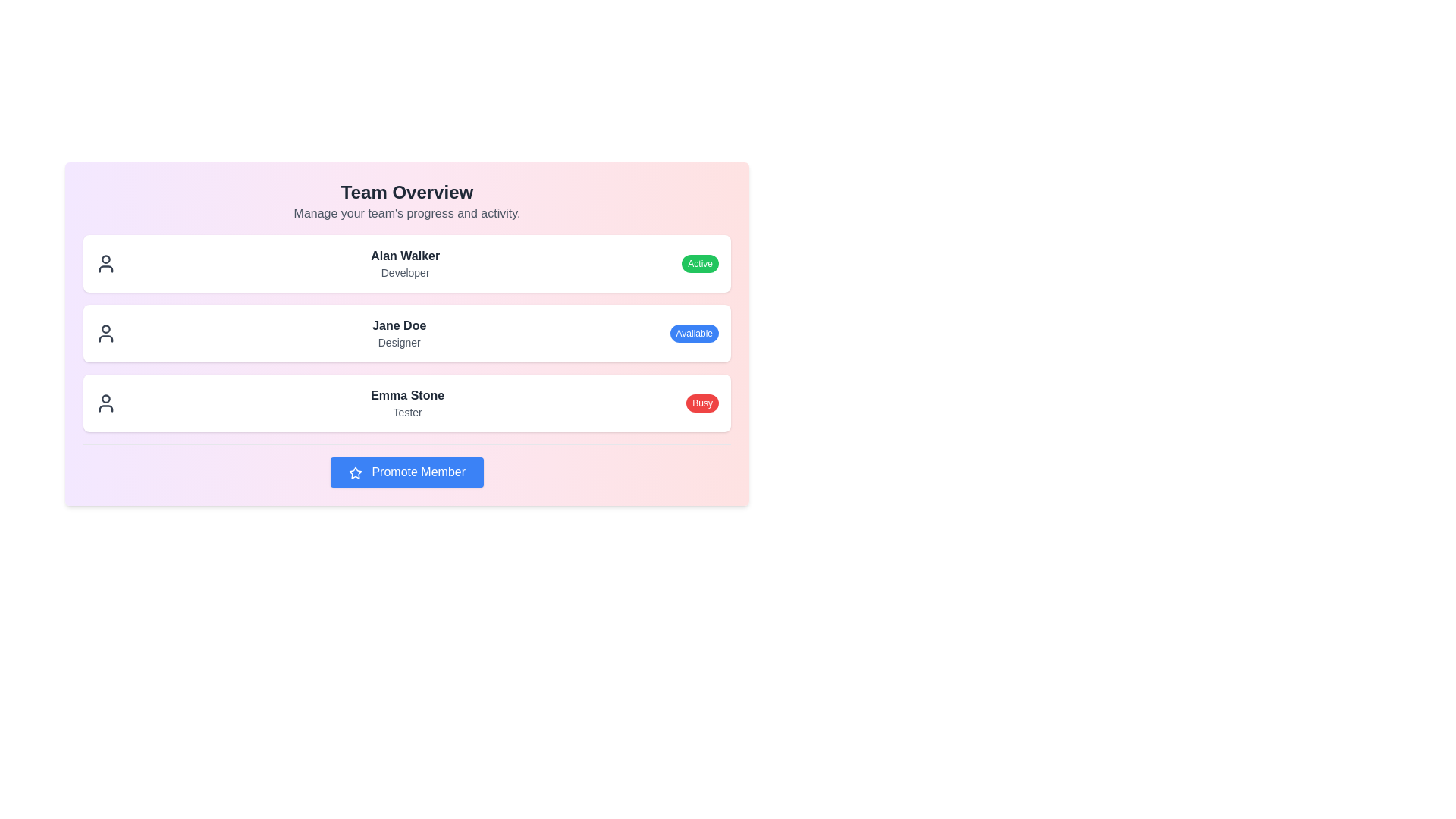 This screenshot has height=819, width=1456. What do you see at coordinates (105, 403) in the screenshot?
I see `the user profile icon representing 'Emma Stone' in the 'Team Overview' section, located on the left side of the third card, aligned with the text 'Emma Stone' and 'Tester'` at bounding box center [105, 403].